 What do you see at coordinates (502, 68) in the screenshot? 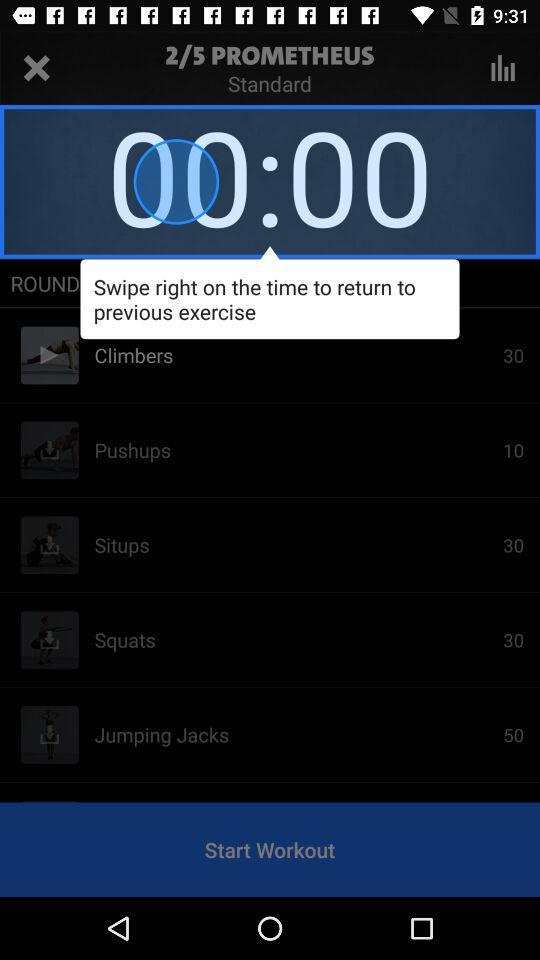
I see `the sliders icon` at bounding box center [502, 68].